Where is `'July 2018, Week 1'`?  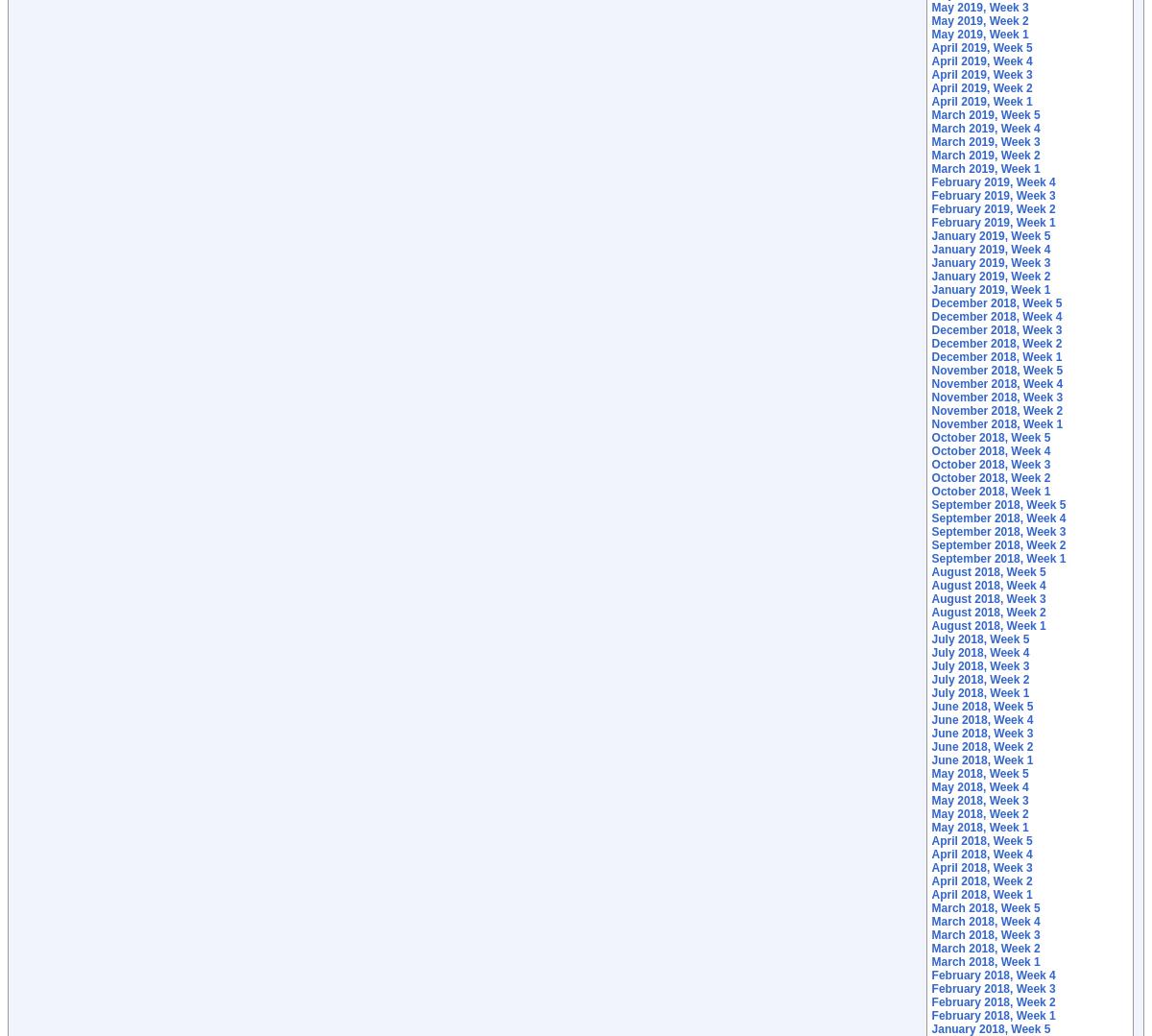 'July 2018, Week 1' is located at coordinates (979, 691).